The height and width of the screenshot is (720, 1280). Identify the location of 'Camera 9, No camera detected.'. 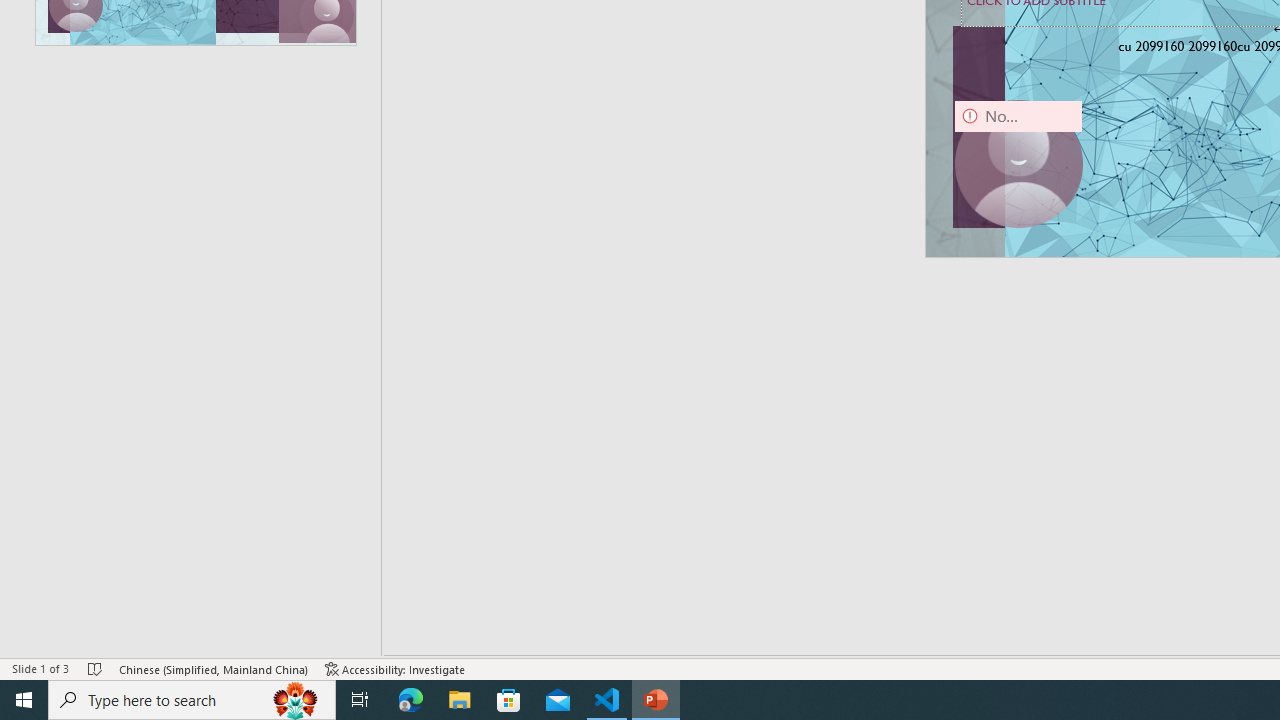
(1018, 163).